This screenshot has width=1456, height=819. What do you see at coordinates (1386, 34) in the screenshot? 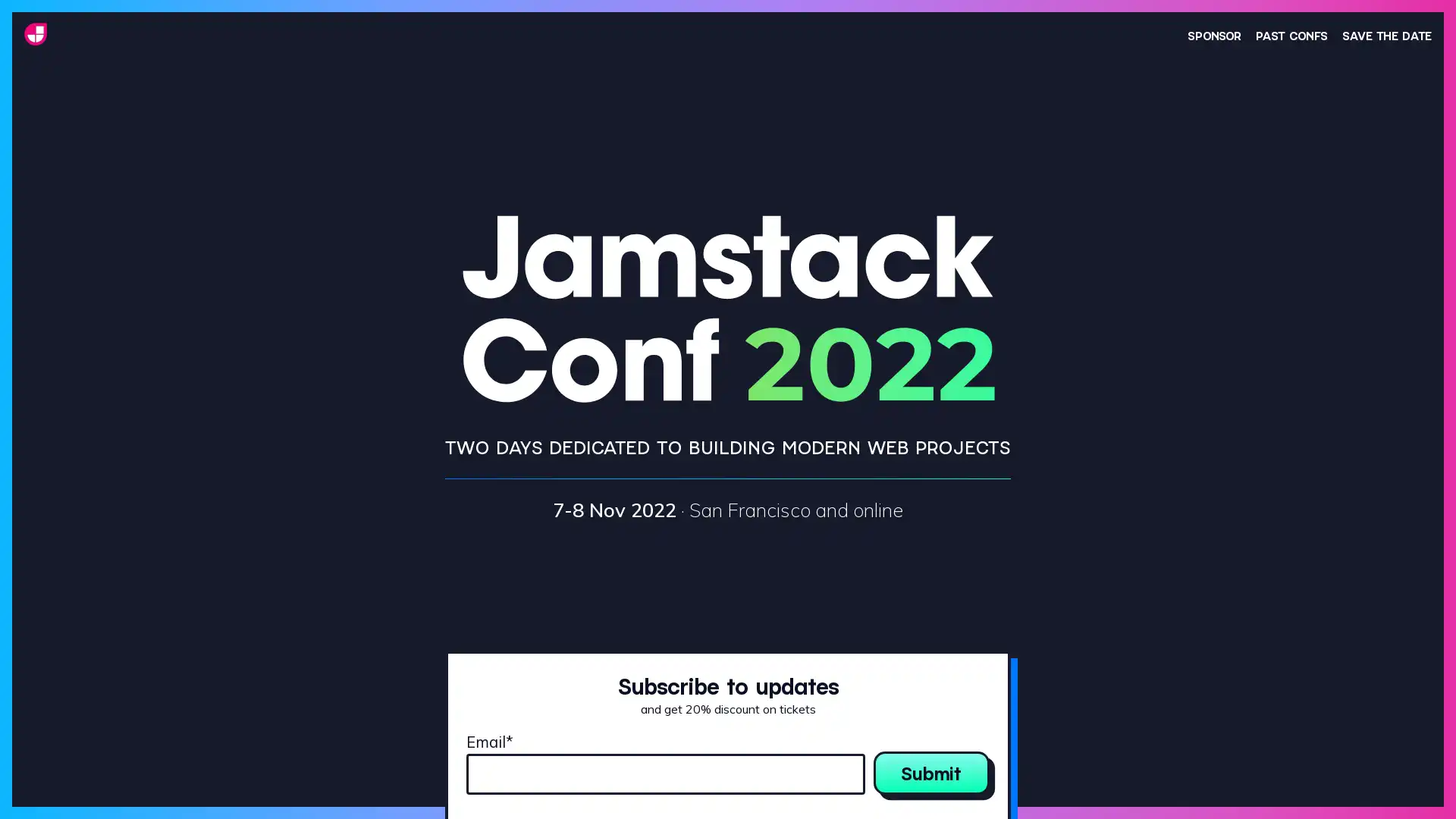
I see `SAVE THE DATE` at bounding box center [1386, 34].